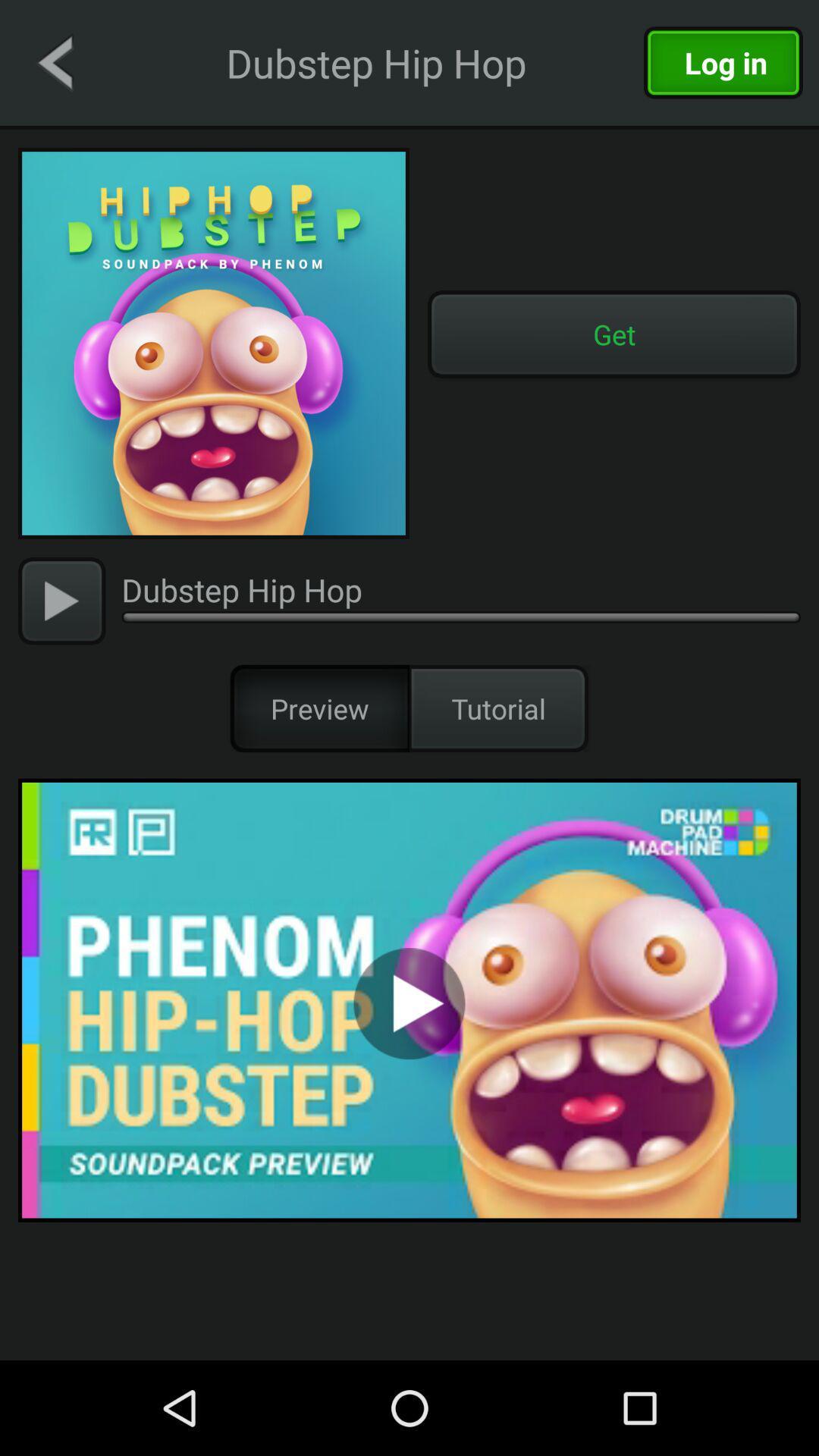 The width and height of the screenshot is (819, 1456). Describe the element at coordinates (54, 61) in the screenshot. I see `the icon to the left of the dubstep hip hop app` at that location.